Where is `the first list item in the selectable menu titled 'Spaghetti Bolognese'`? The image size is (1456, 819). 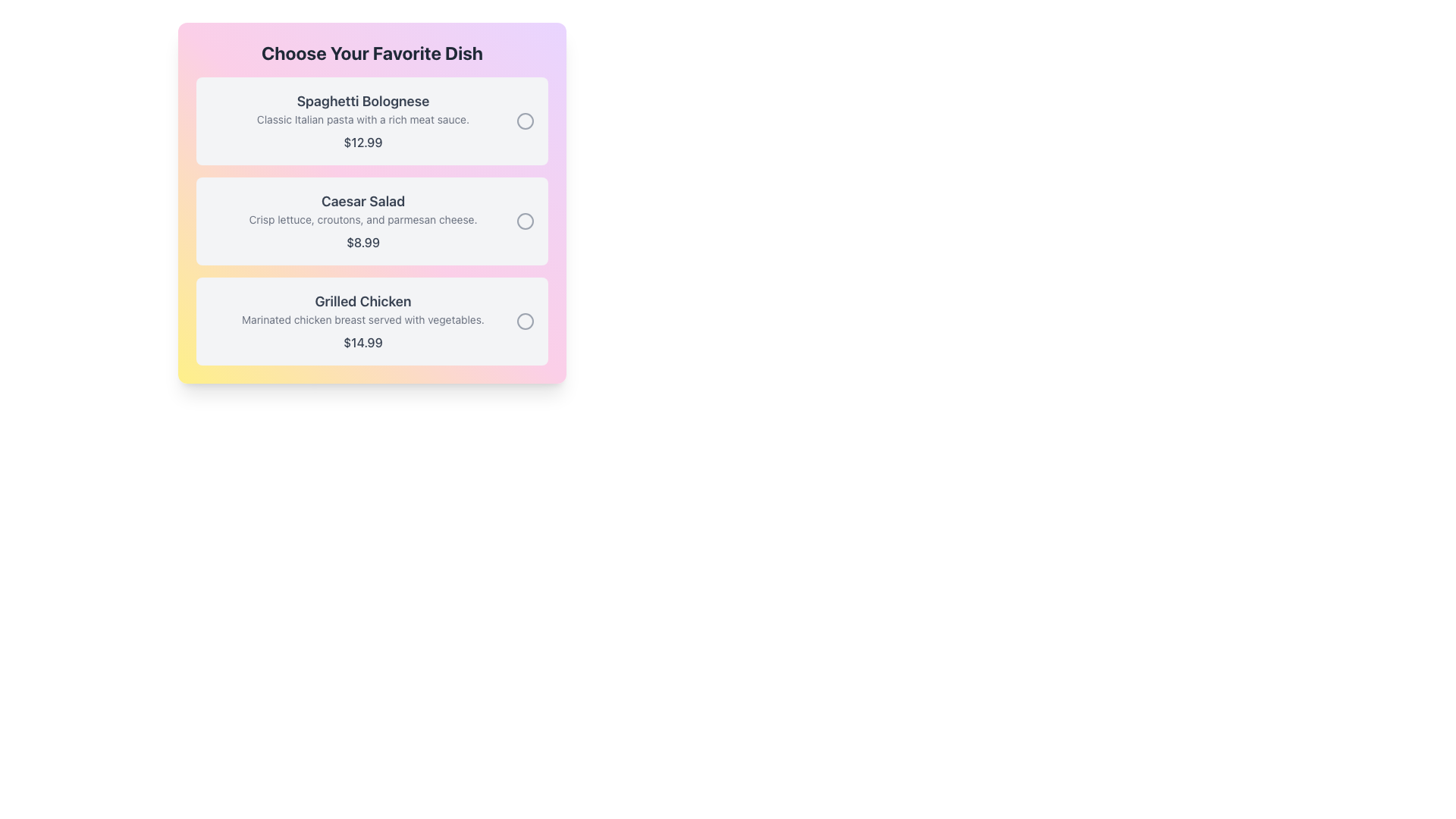 the first list item in the selectable menu titled 'Spaghetti Bolognese' is located at coordinates (362, 120).